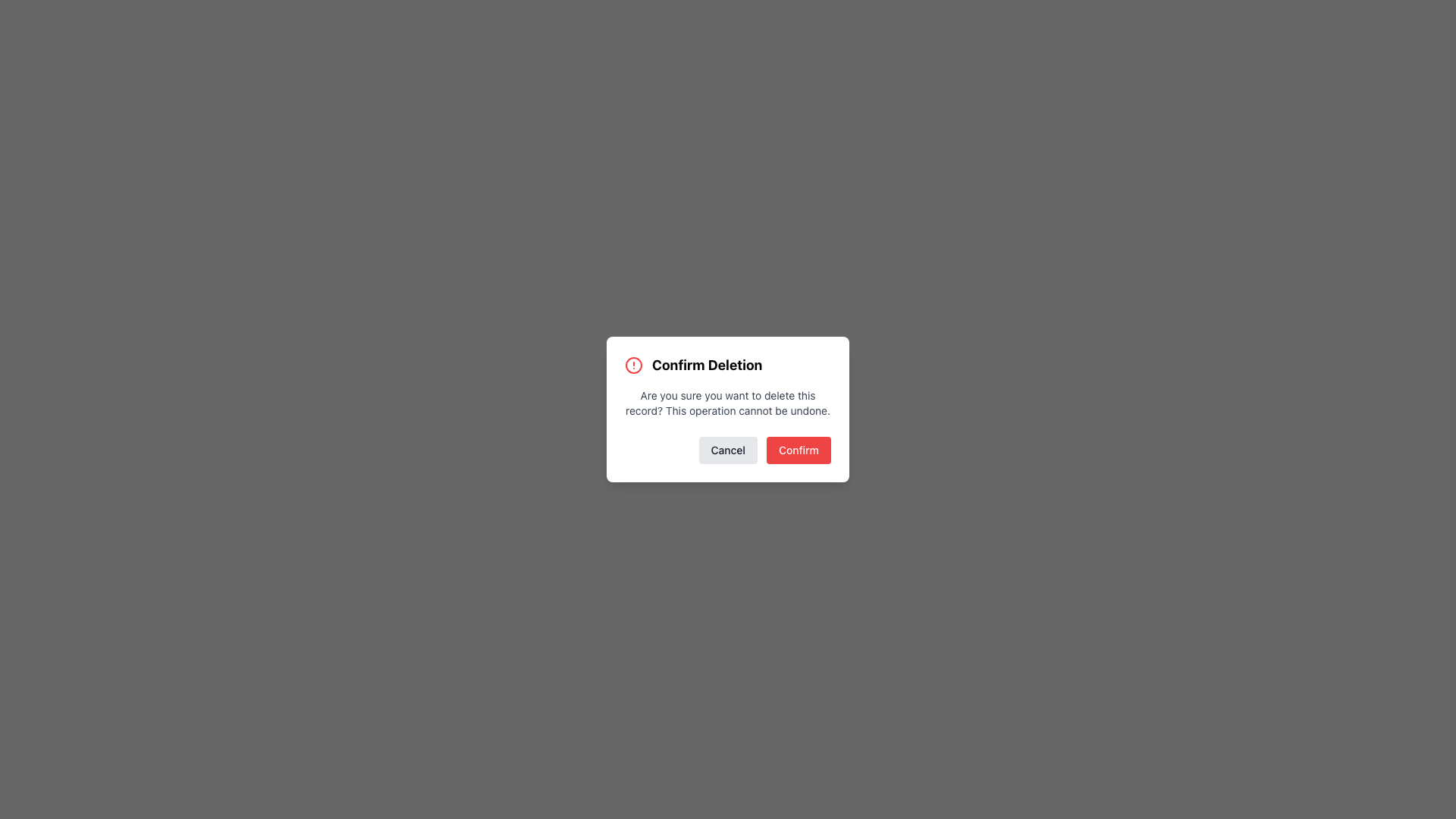  What do you see at coordinates (798, 450) in the screenshot?
I see `the confirmation button located at the bottom-right of the dialog box to confirm the action` at bounding box center [798, 450].